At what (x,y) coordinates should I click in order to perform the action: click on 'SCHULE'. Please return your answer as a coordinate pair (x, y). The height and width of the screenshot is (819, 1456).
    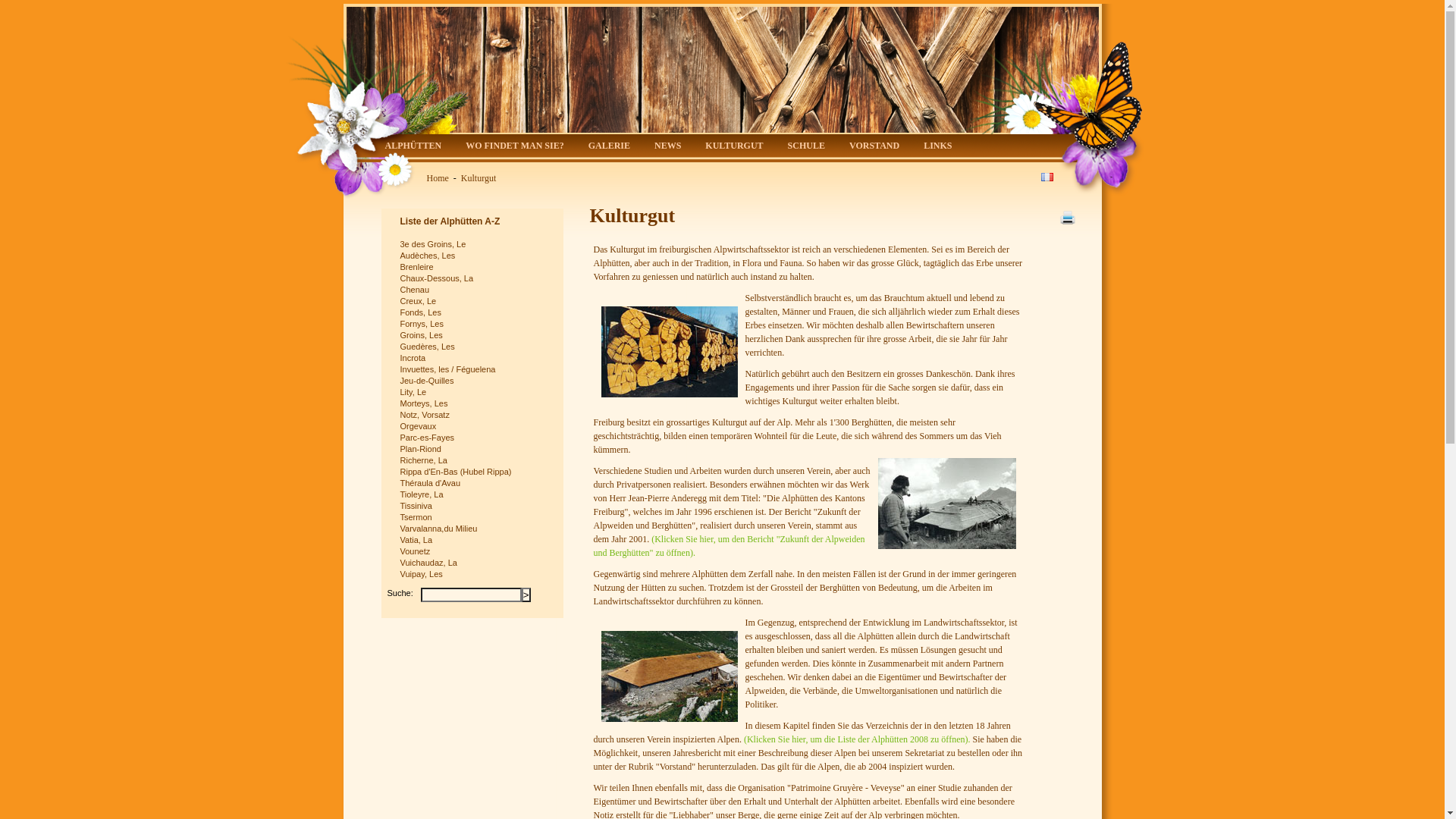
    Looking at the image, I should click on (805, 146).